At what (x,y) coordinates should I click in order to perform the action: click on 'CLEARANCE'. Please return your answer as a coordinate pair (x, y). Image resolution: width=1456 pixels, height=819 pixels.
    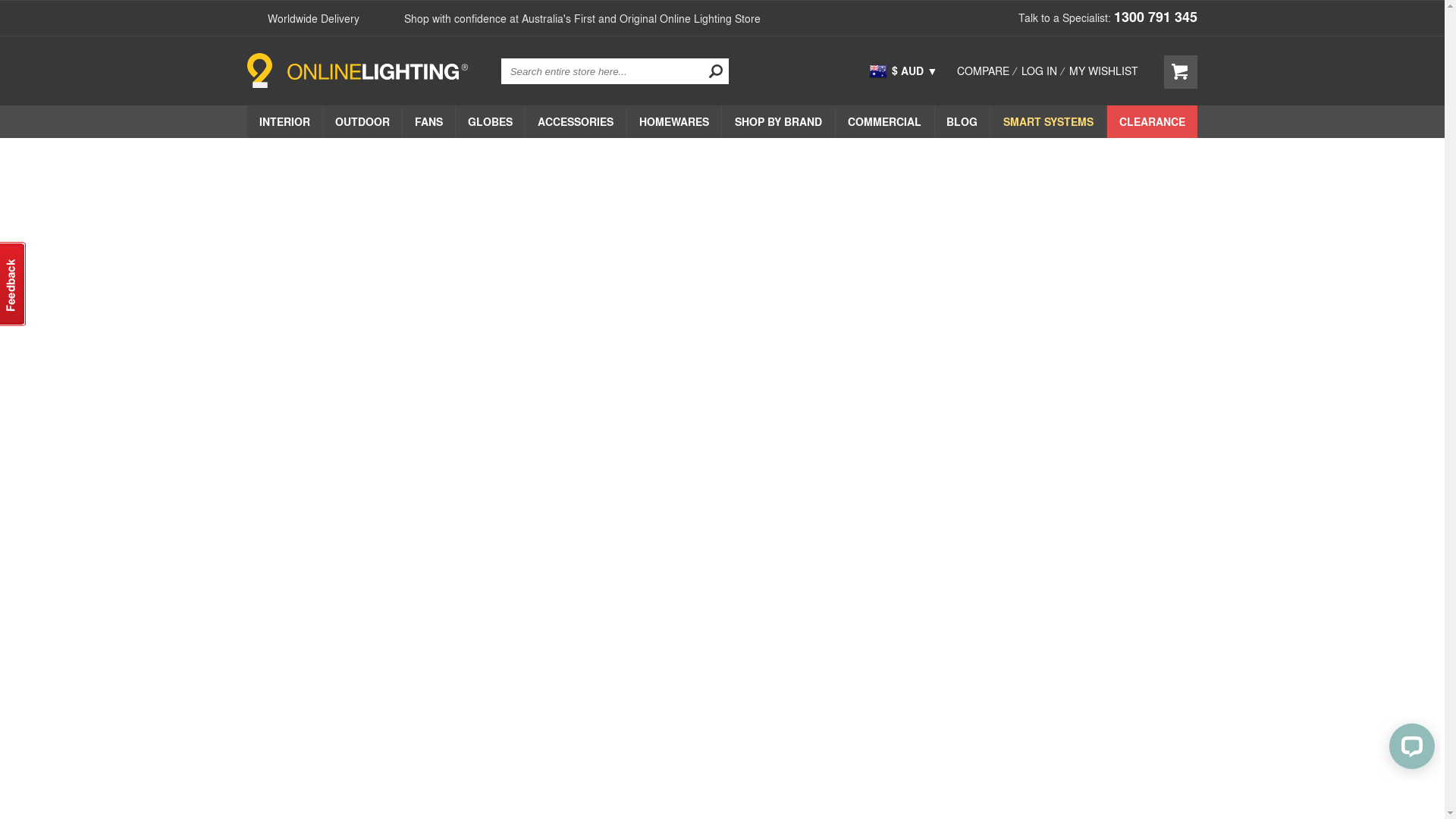
    Looking at the image, I should click on (1106, 121).